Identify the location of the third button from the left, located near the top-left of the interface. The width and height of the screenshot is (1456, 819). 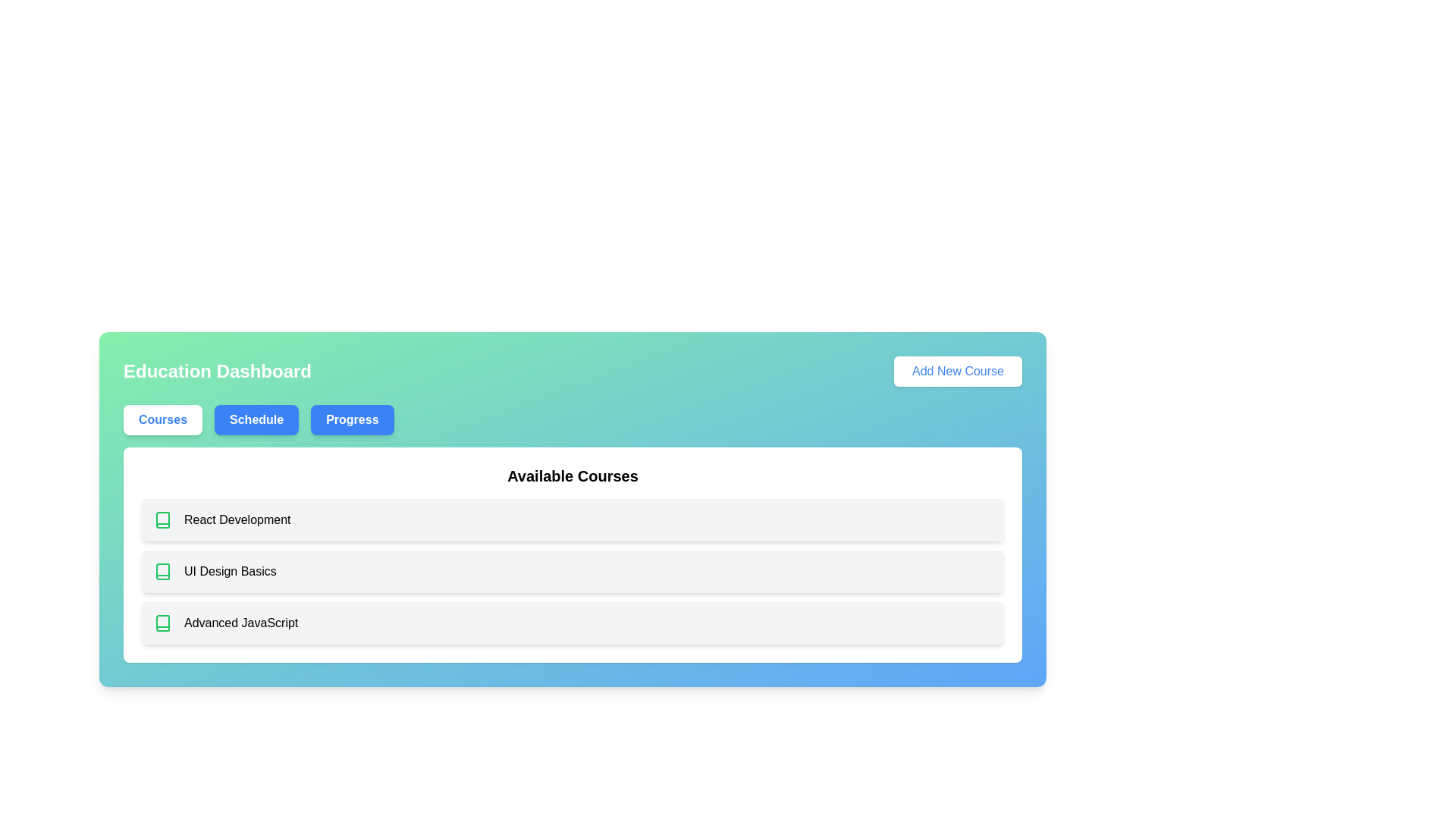
(351, 420).